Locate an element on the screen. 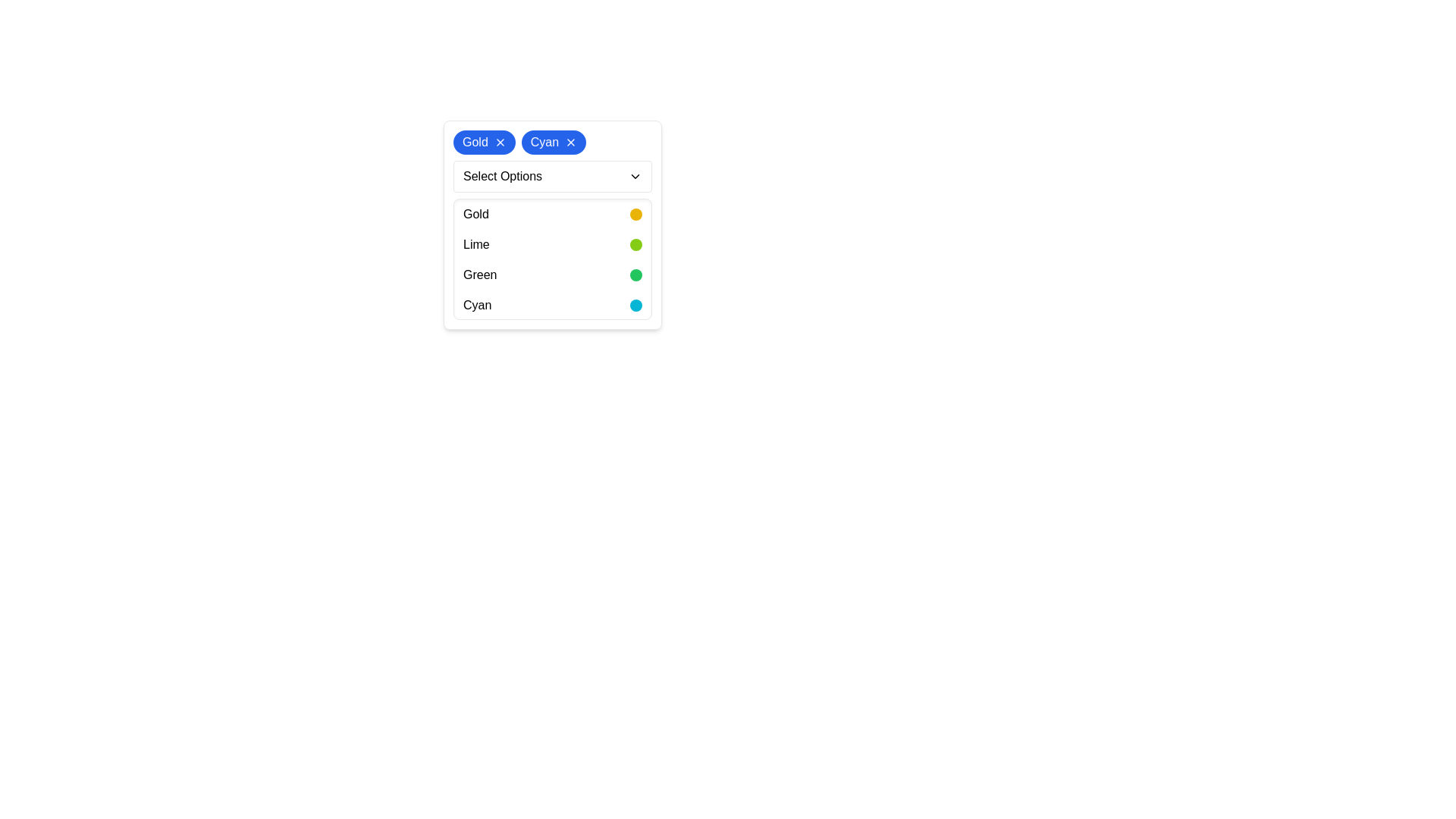 Image resolution: width=1456 pixels, height=819 pixels. the 'Select Options' label which is a textual label in black font located within a bordered box, positioned to the left of a chevron-down icon is located at coordinates (502, 175).